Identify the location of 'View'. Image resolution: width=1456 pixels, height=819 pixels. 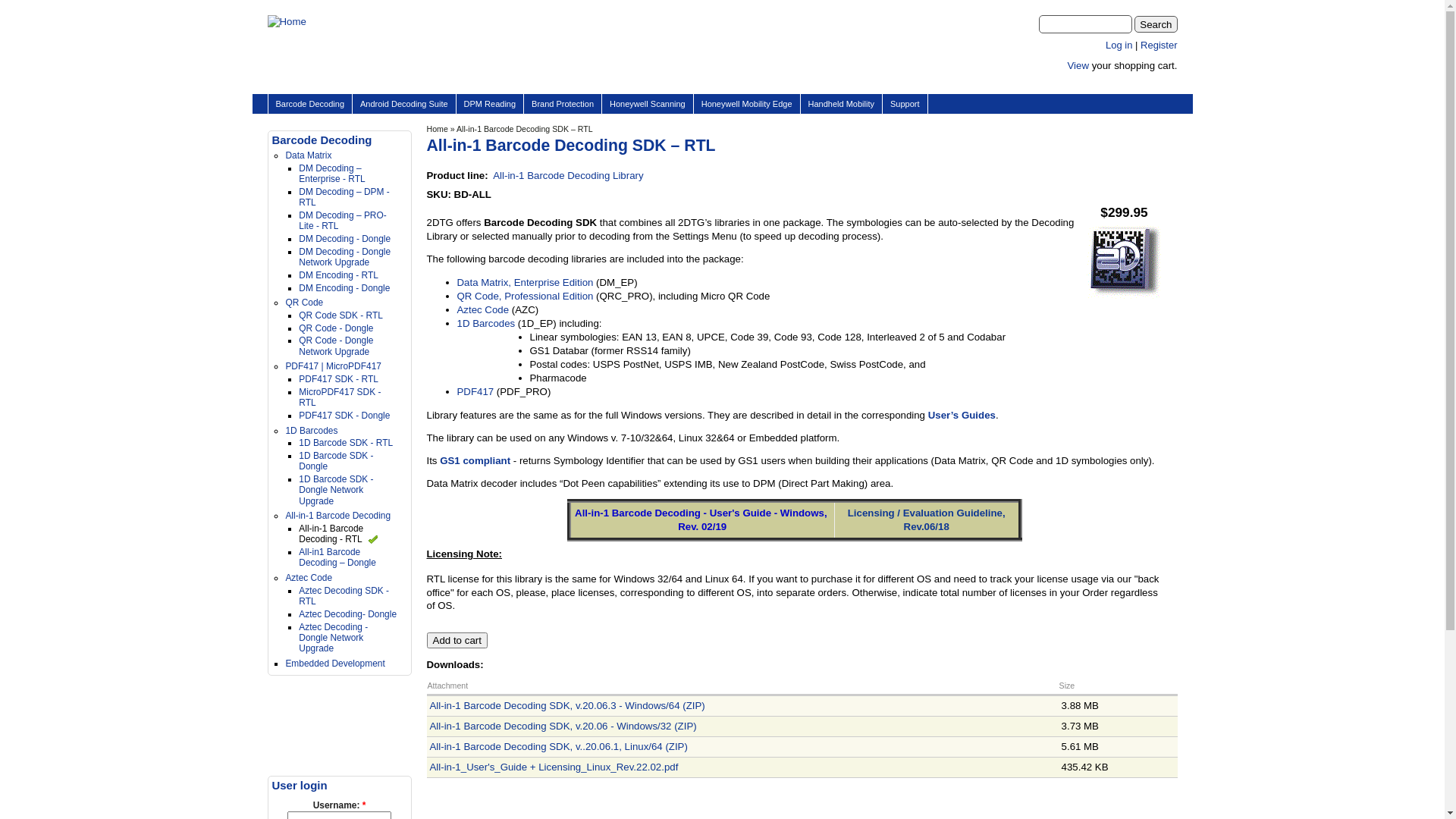
(1077, 64).